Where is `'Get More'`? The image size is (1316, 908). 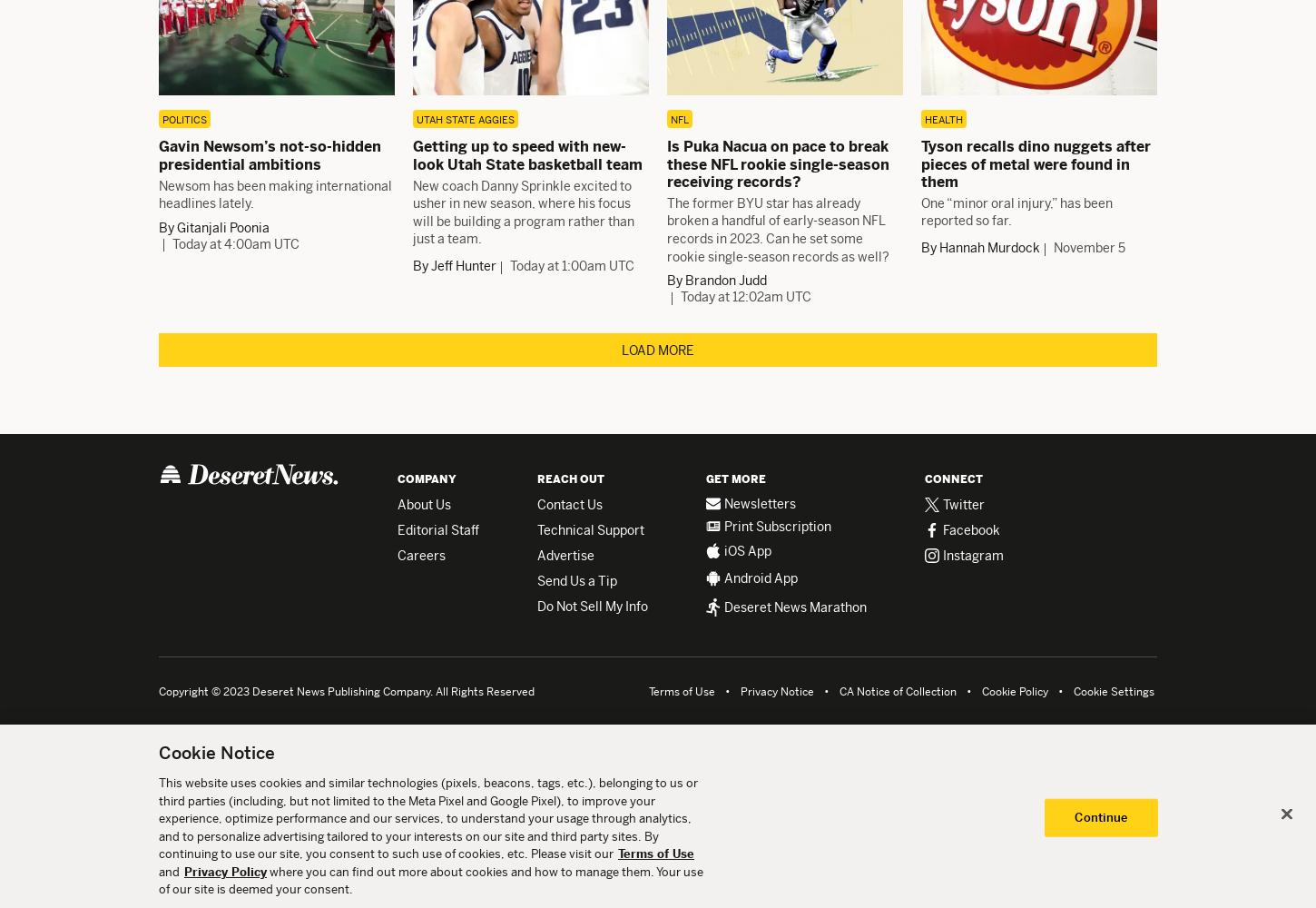
'Get More' is located at coordinates (735, 479).